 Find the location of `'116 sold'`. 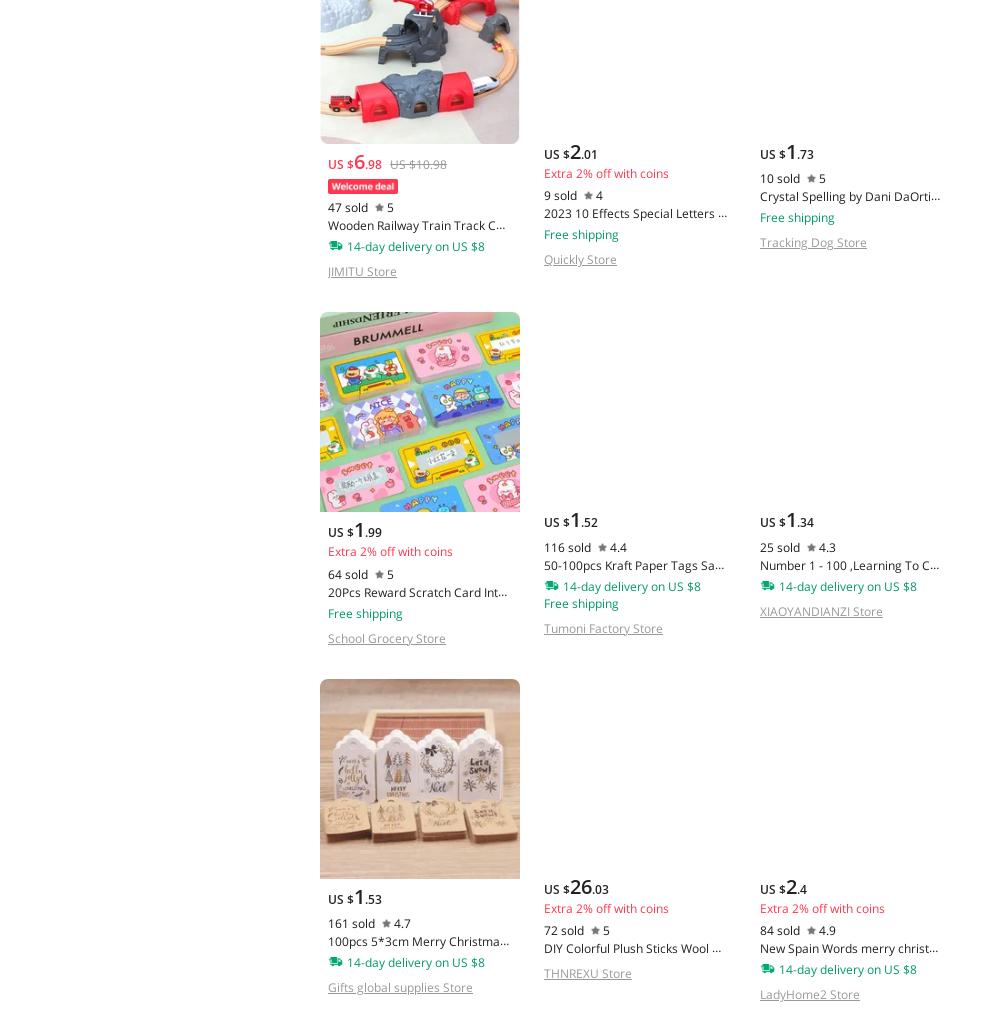

'116 sold' is located at coordinates (565, 546).